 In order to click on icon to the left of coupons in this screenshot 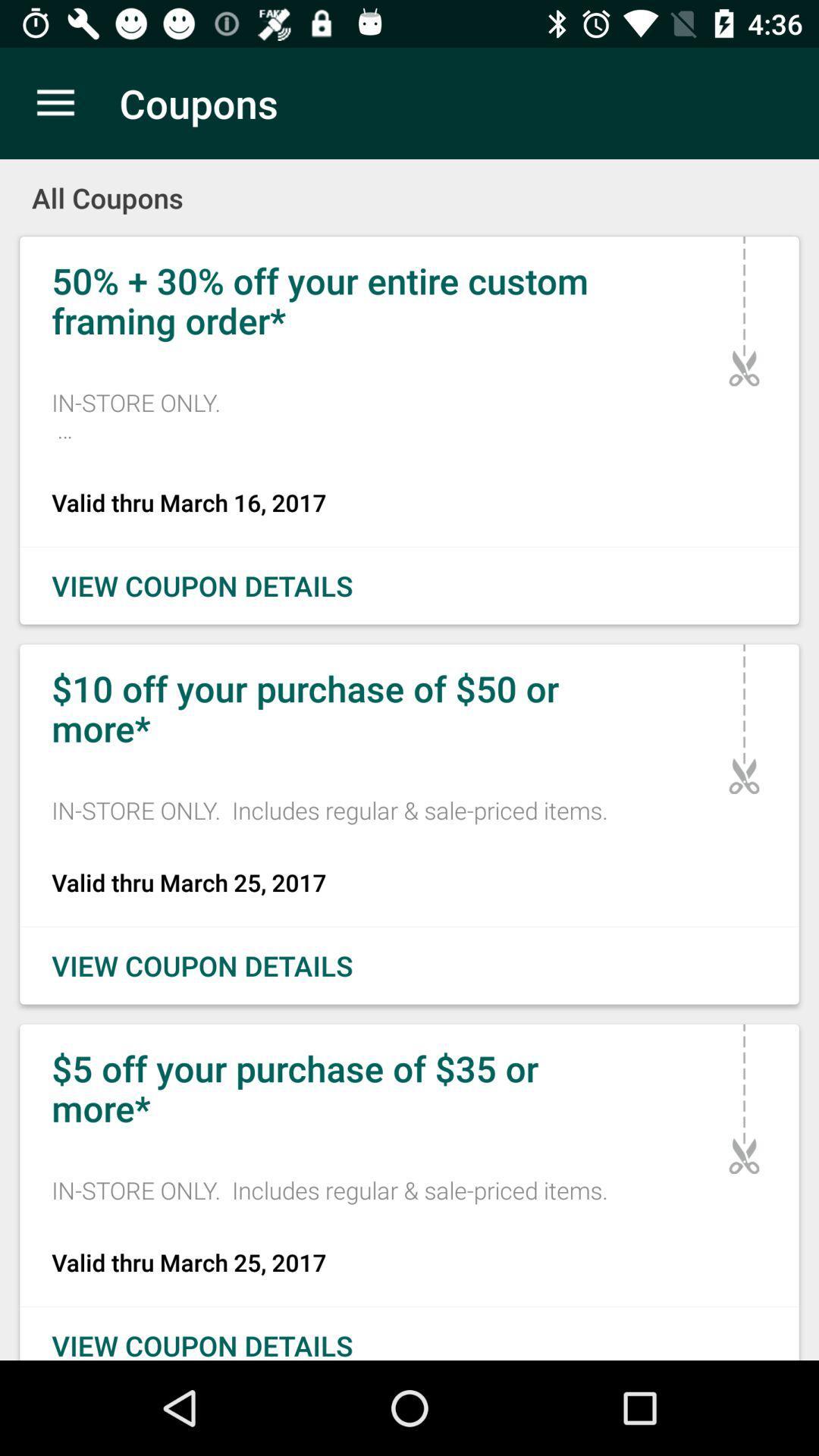, I will do `click(55, 102)`.